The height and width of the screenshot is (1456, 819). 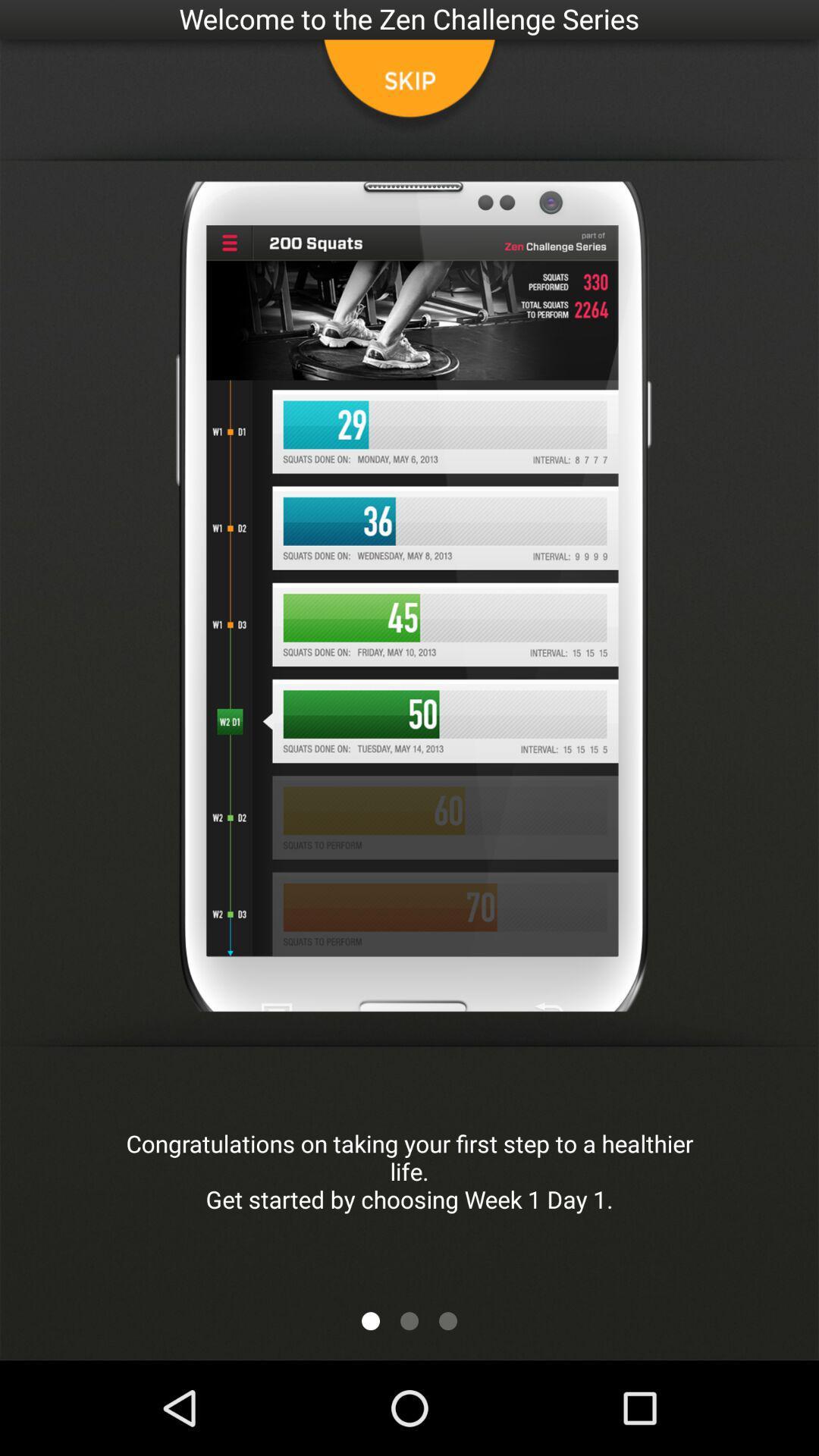 What do you see at coordinates (409, 86) in the screenshot?
I see `to skip` at bounding box center [409, 86].